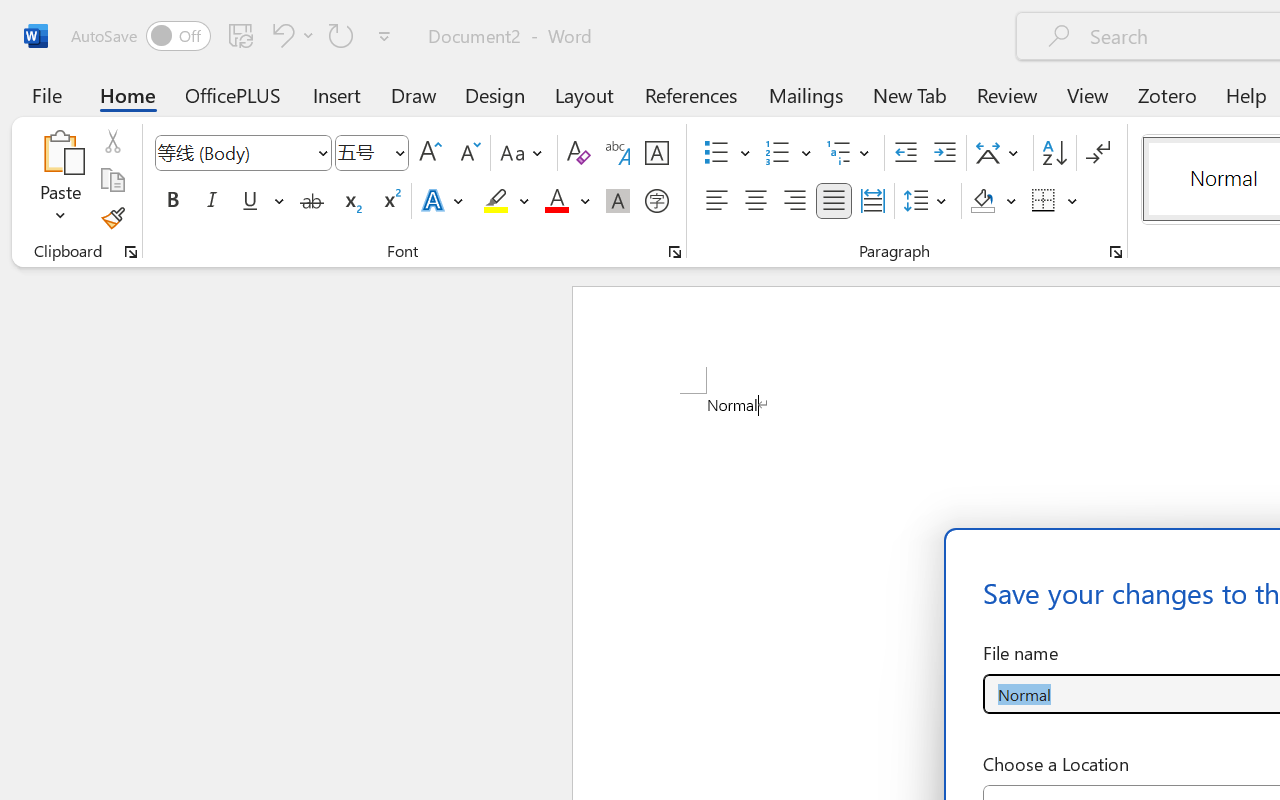 The width and height of the screenshot is (1280, 800). Describe the element at coordinates (806, 94) in the screenshot. I see `'Mailings'` at that location.